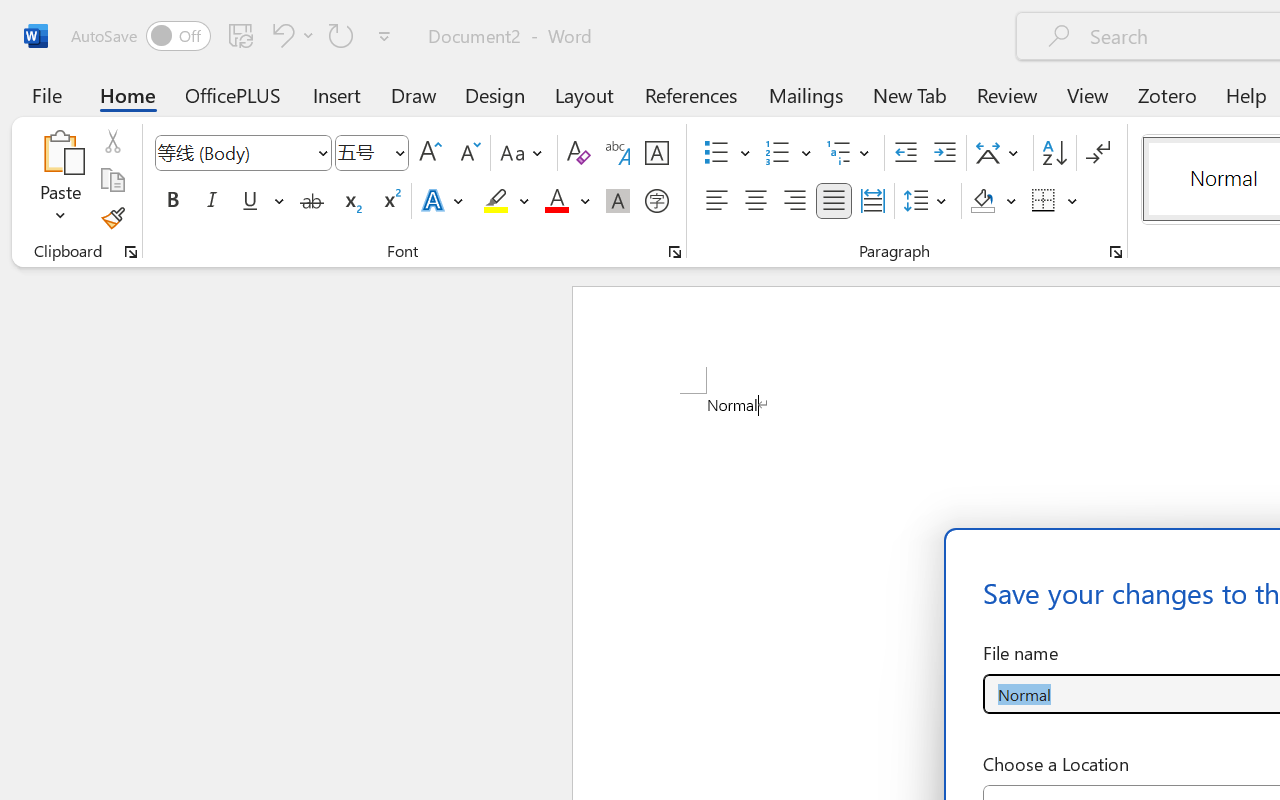 The width and height of the screenshot is (1280, 800). Describe the element at coordinates (806, 94) in the screenshot. I see `'Mailings'` at that location.